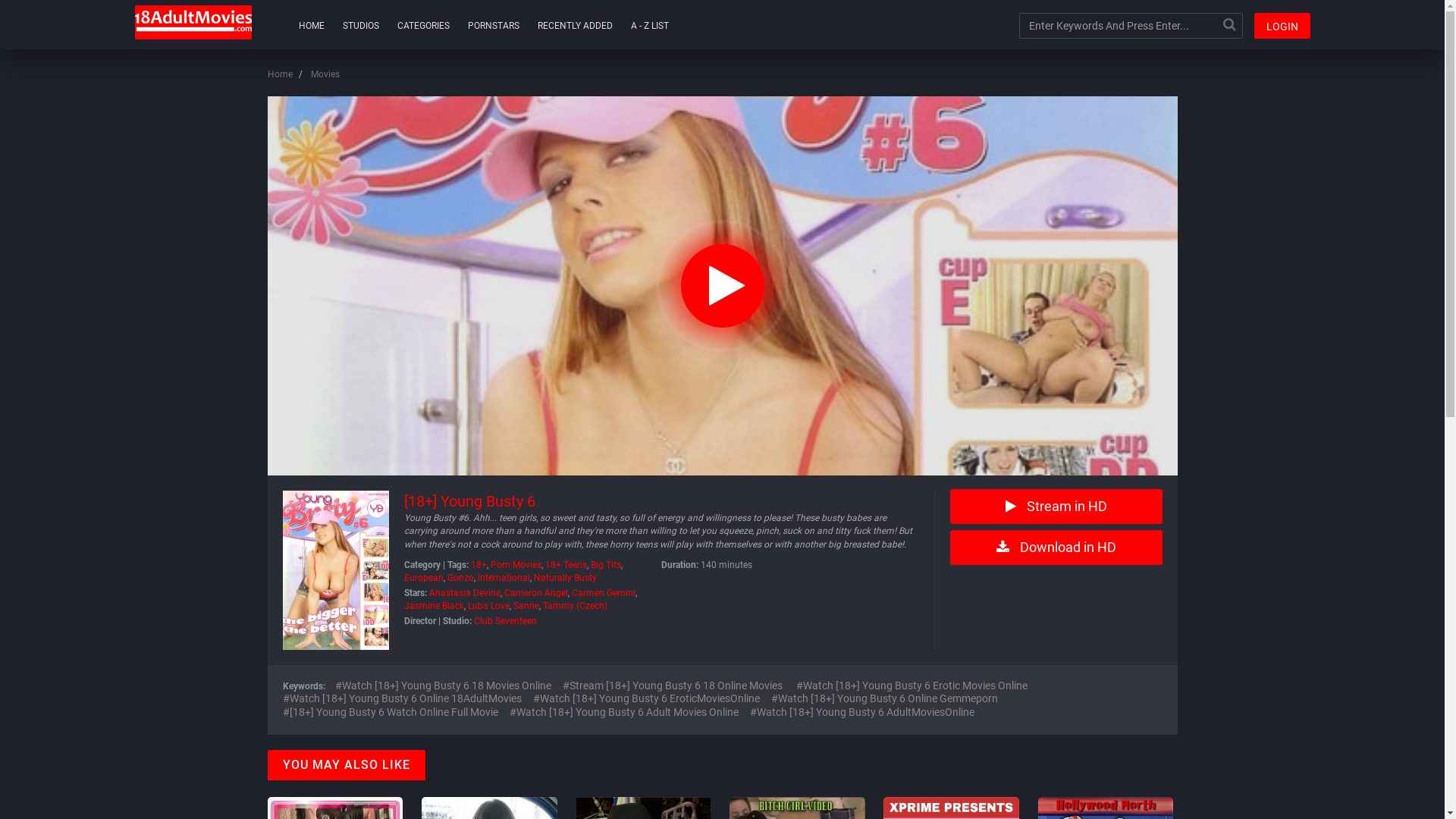 The width and height of the screenshot is (1456, 819). I want to click on '18+', so click(477, 564).